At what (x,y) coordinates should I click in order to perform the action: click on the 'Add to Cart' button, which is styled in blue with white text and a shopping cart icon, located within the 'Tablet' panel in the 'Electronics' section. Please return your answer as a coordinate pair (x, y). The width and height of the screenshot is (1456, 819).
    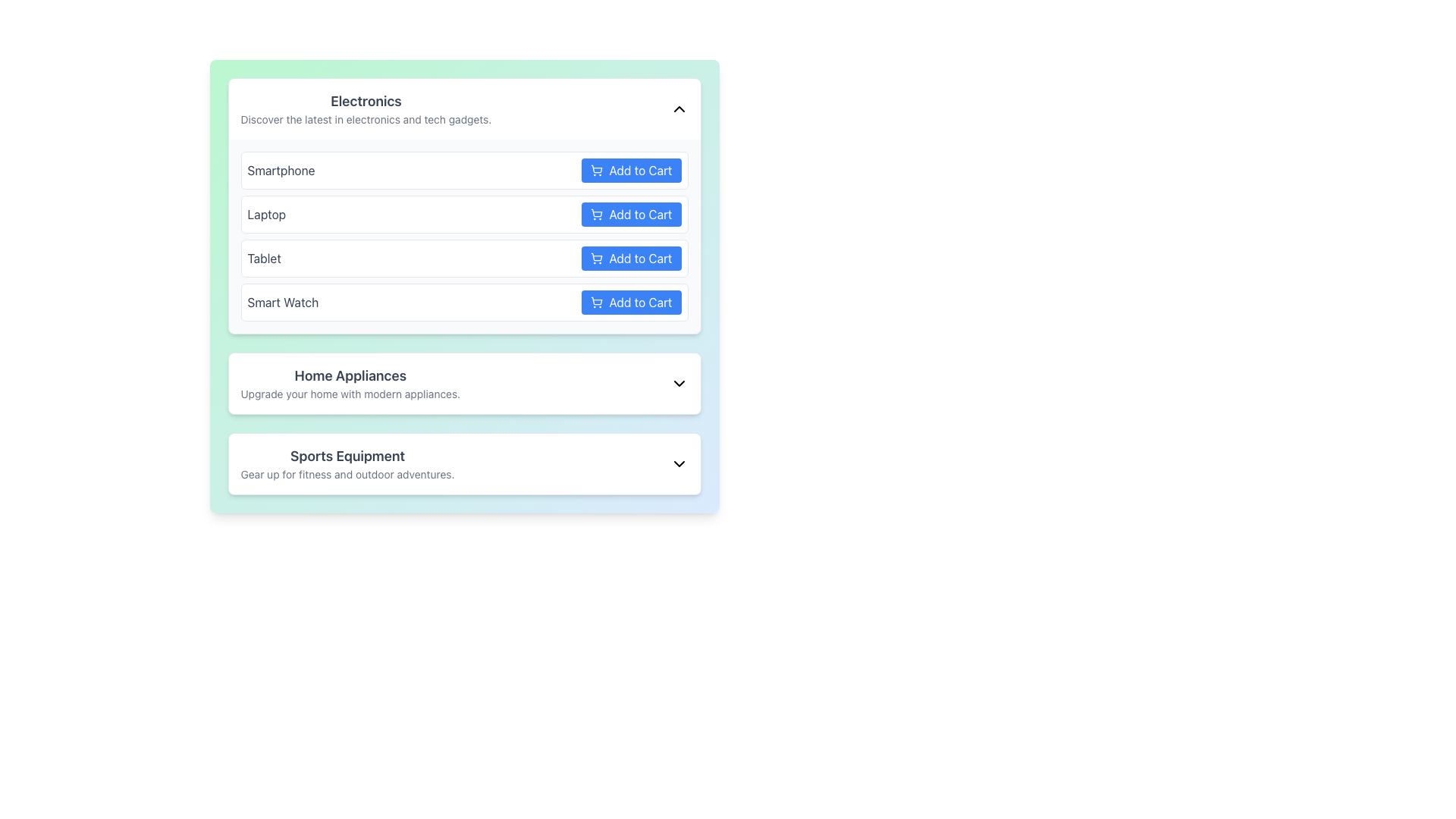
    Looking at the image, I should click on (631, 257).